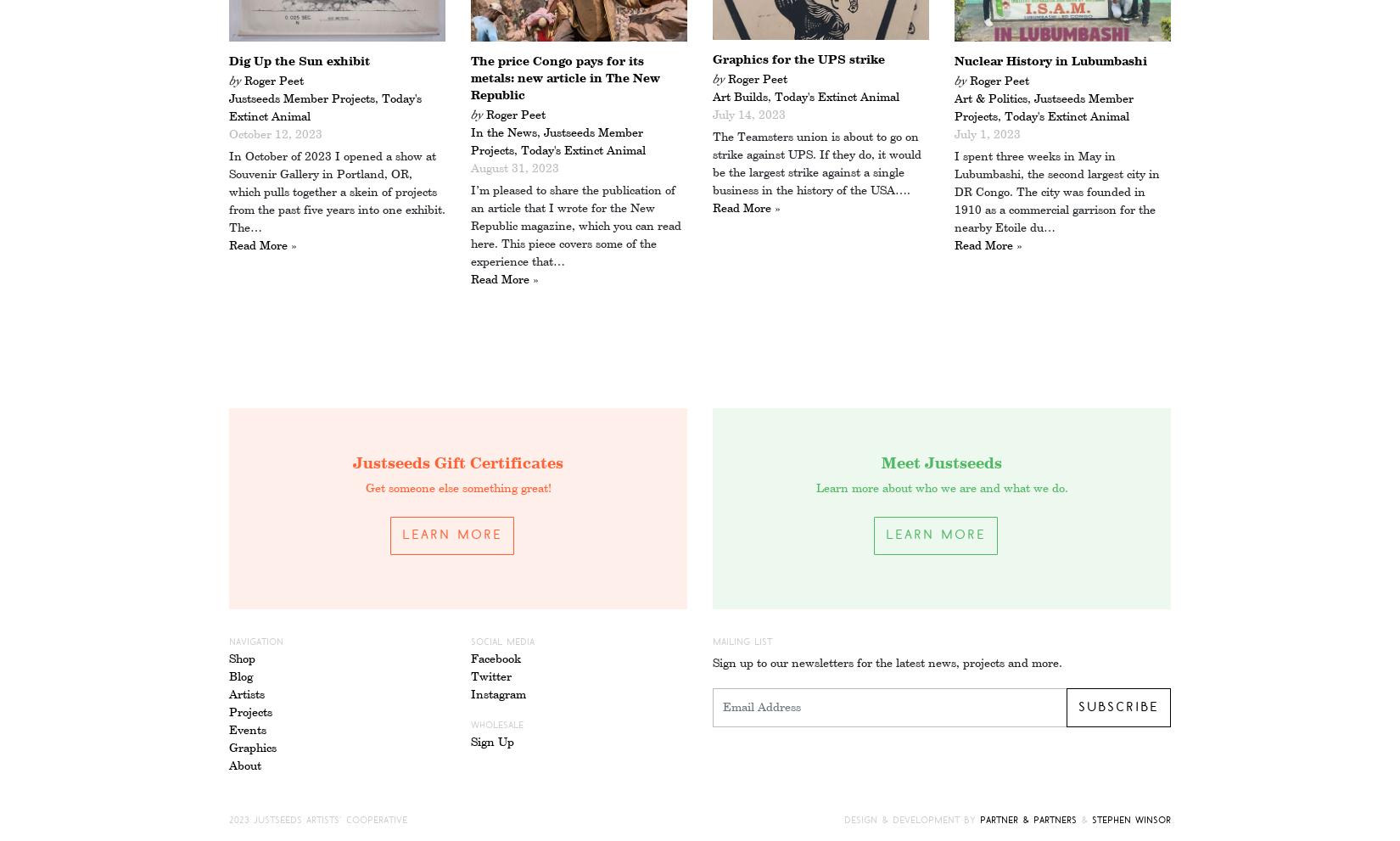 The height and width of the screenshot is (841, 1400). Describe the element at coordinates (749, 113) in the screenshot. I see `'July 14, 2023'` at that location.